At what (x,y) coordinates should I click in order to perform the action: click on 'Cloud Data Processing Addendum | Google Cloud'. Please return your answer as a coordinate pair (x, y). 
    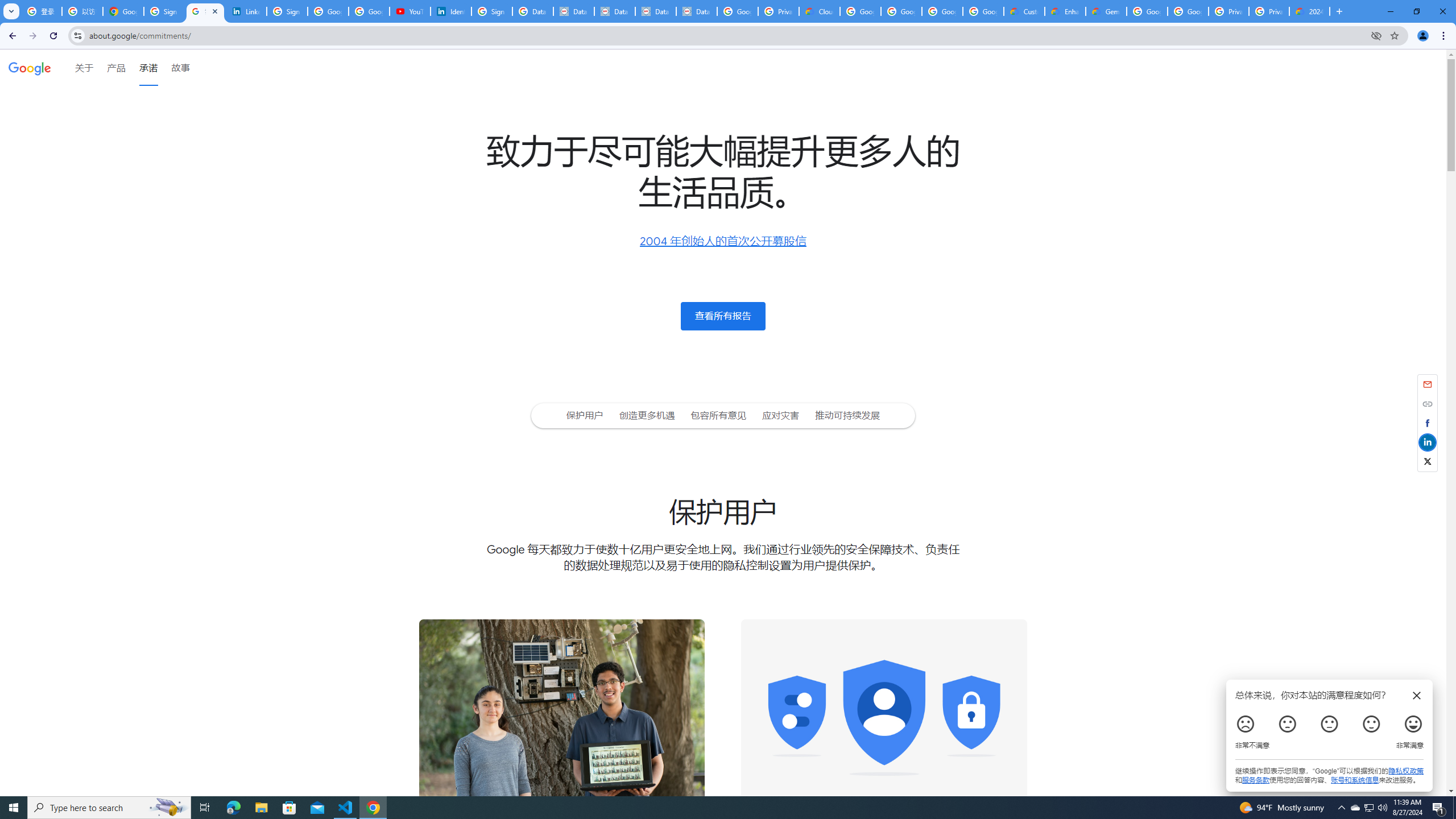
    Looking at the image, I should click on (818, 11).